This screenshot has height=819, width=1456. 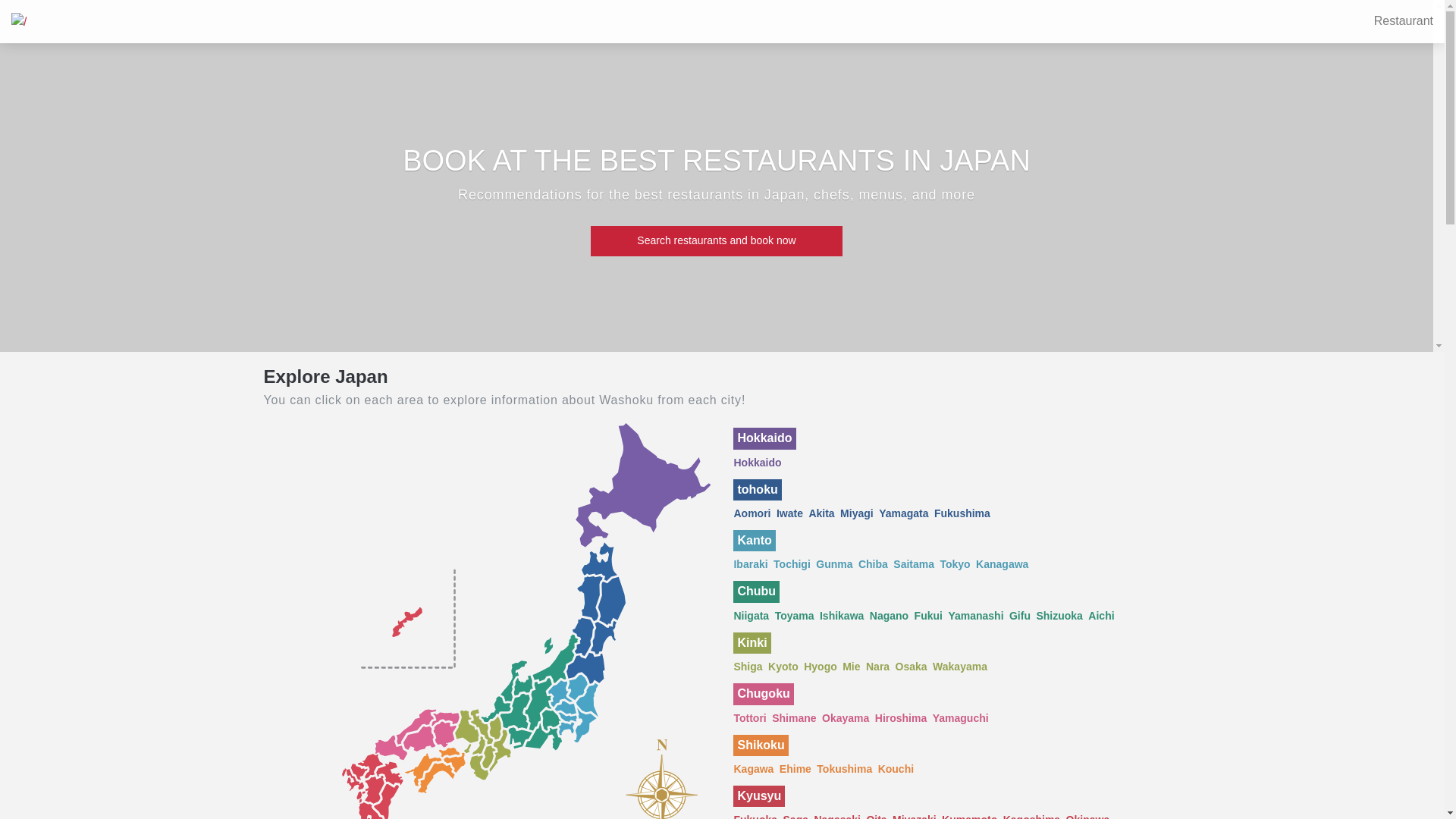 I want to click on 'Yamanashi', so click(x=975, y=616).